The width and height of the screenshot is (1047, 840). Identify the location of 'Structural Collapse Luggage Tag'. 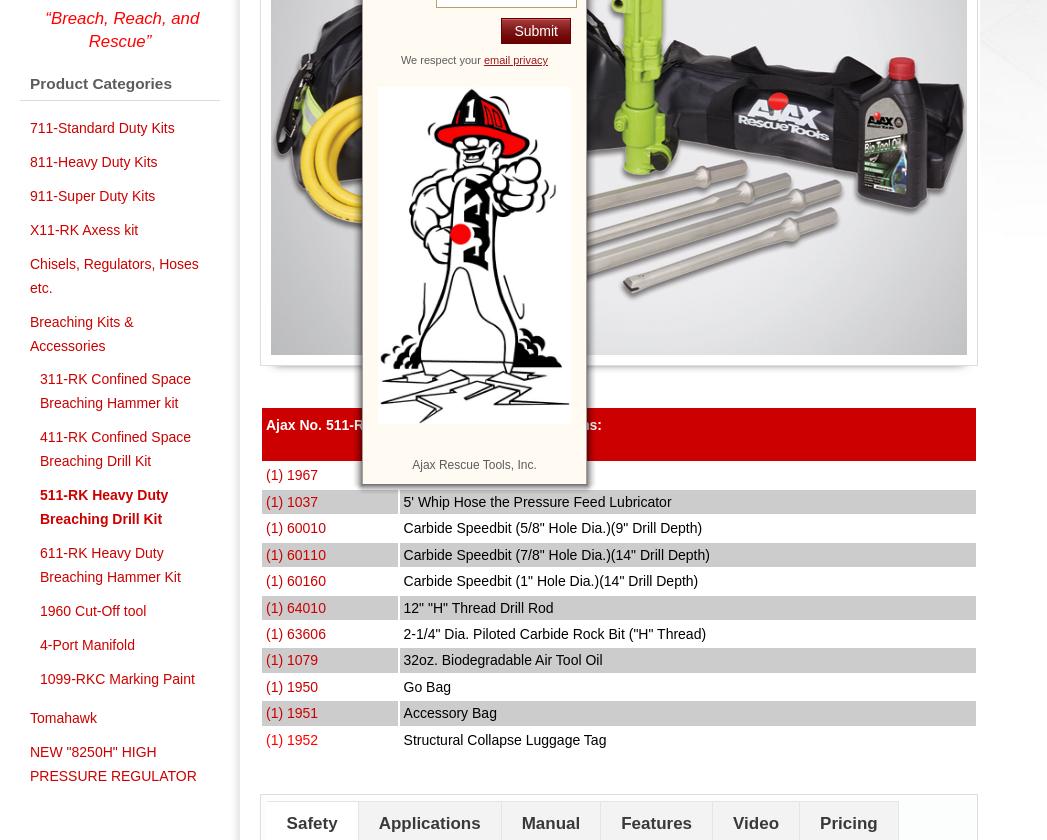
(503, 739).